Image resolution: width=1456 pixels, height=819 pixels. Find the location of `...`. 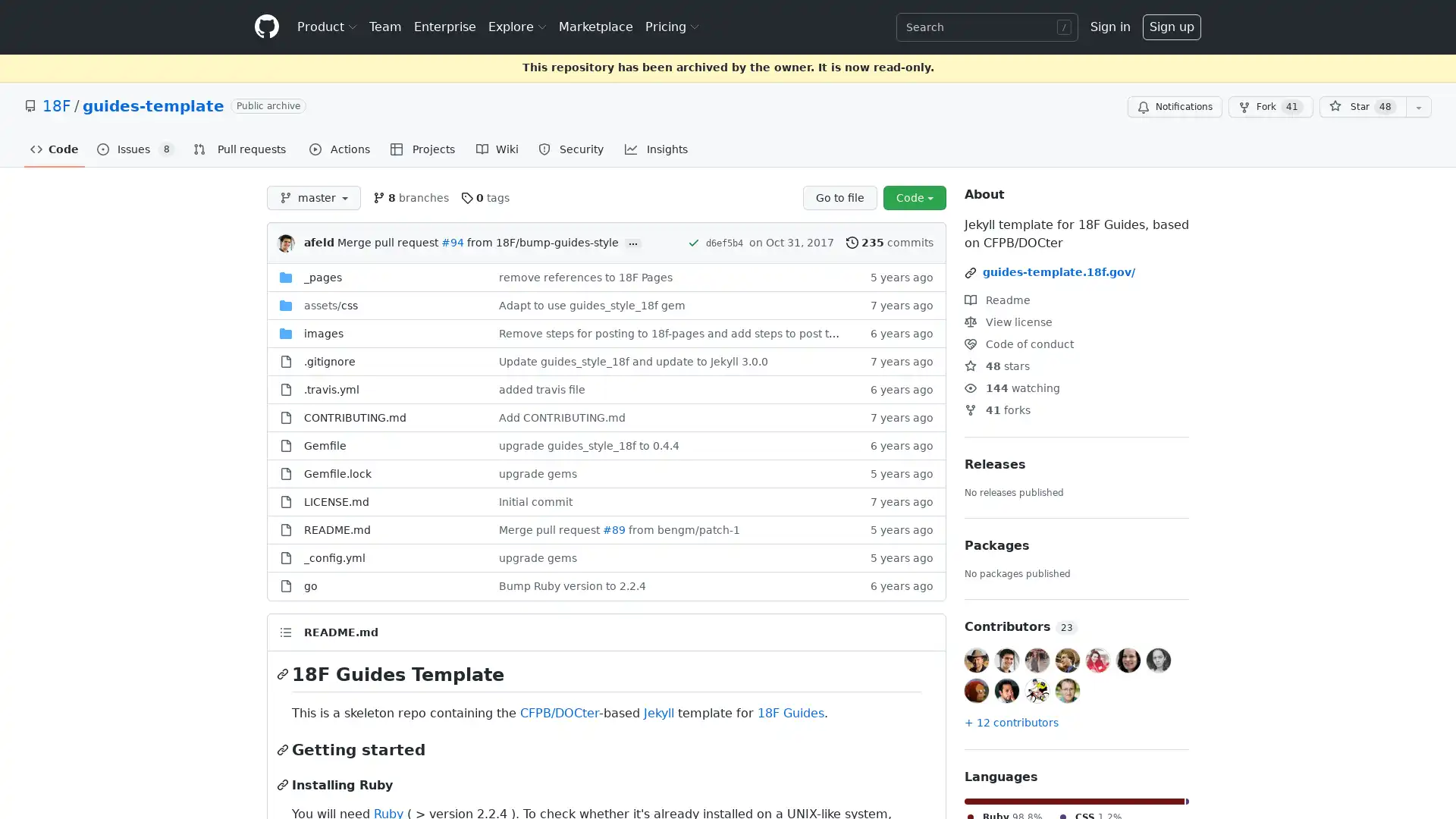

... is located at coordinates (633, 242).